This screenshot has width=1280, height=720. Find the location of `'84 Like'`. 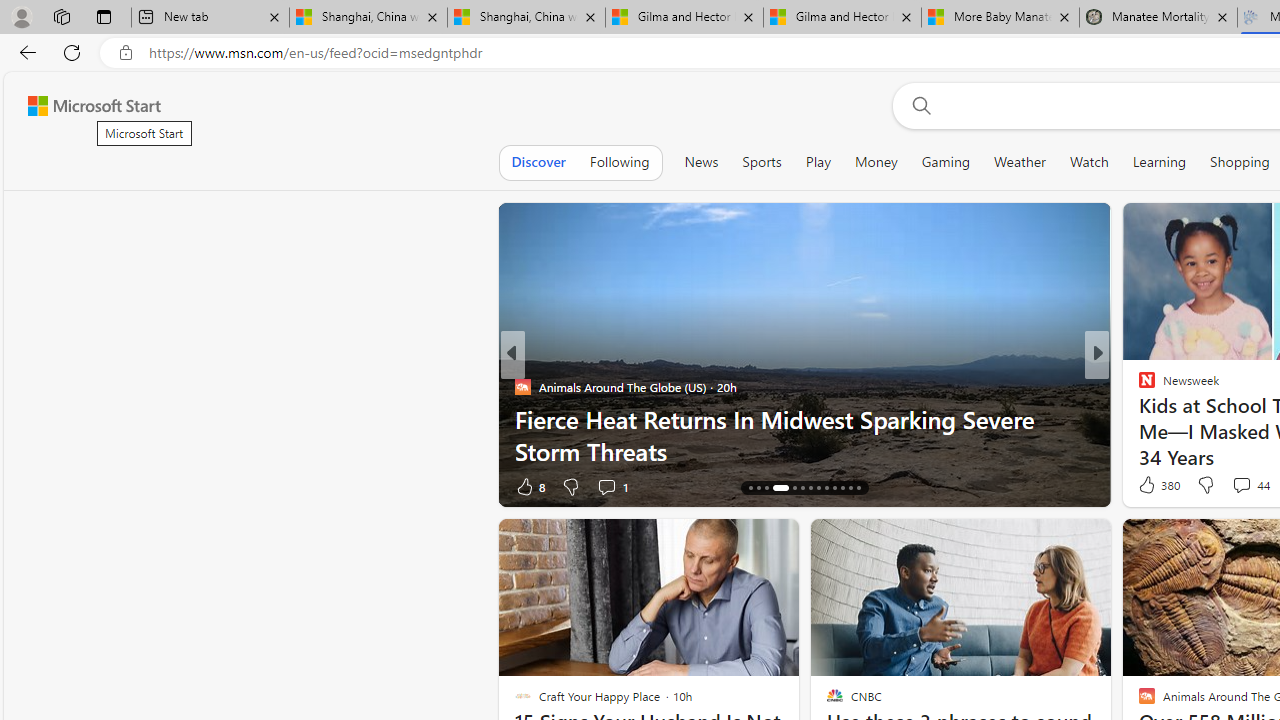

'84 Like' is located at coordinates (1149, 486).